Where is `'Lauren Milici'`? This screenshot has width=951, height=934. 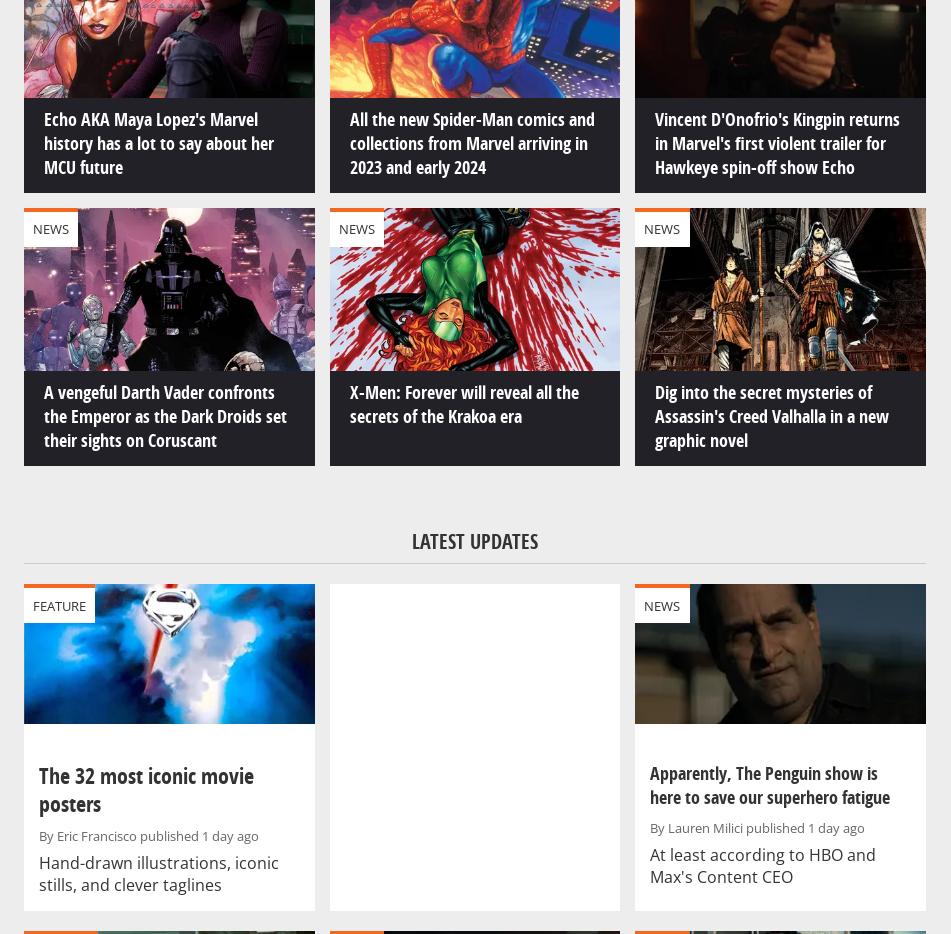
'Lauren Milici' is located at coordinates (666, 827).